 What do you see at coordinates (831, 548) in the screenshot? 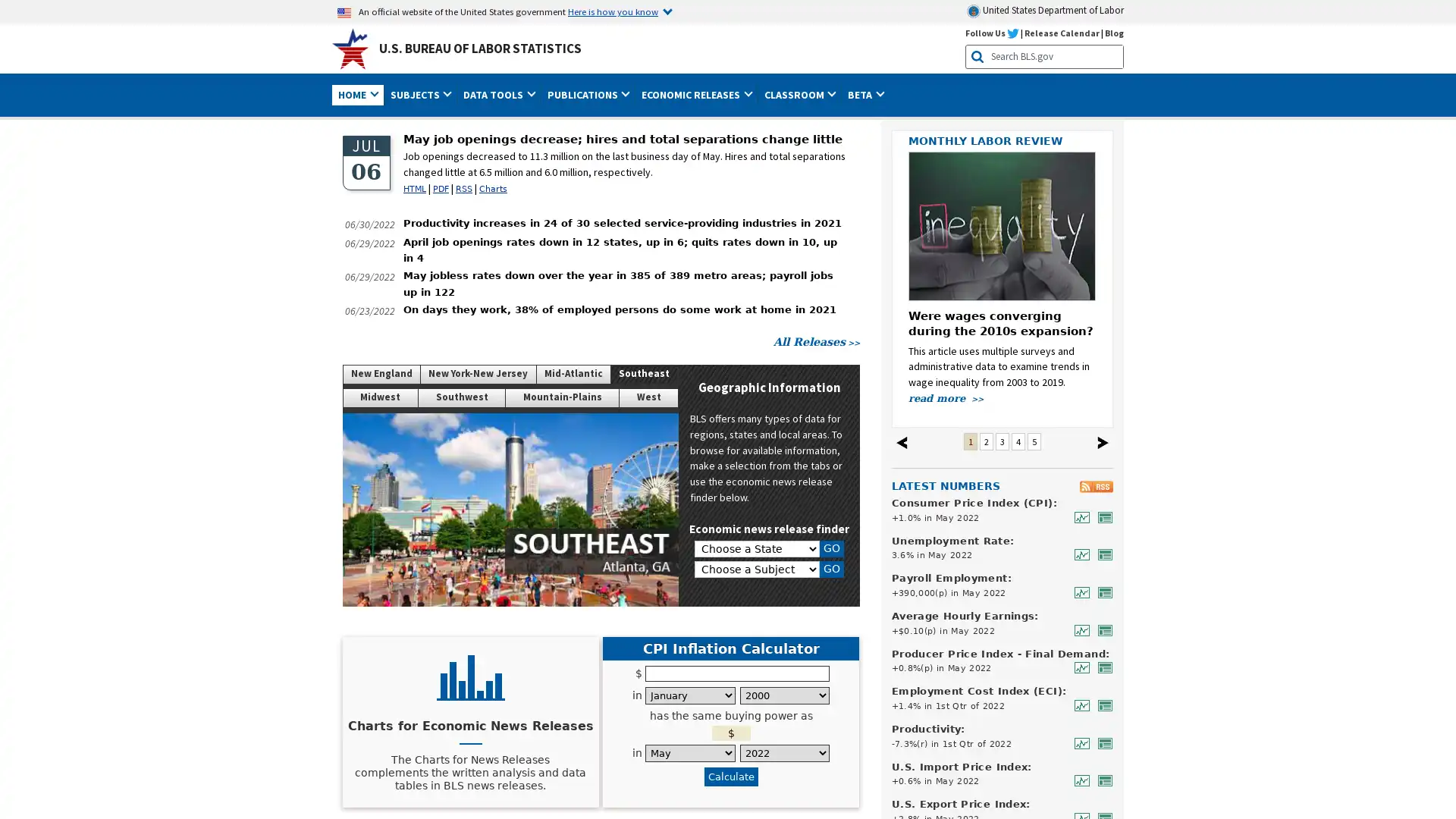
I see `GO` at bounding box center [831, 548].